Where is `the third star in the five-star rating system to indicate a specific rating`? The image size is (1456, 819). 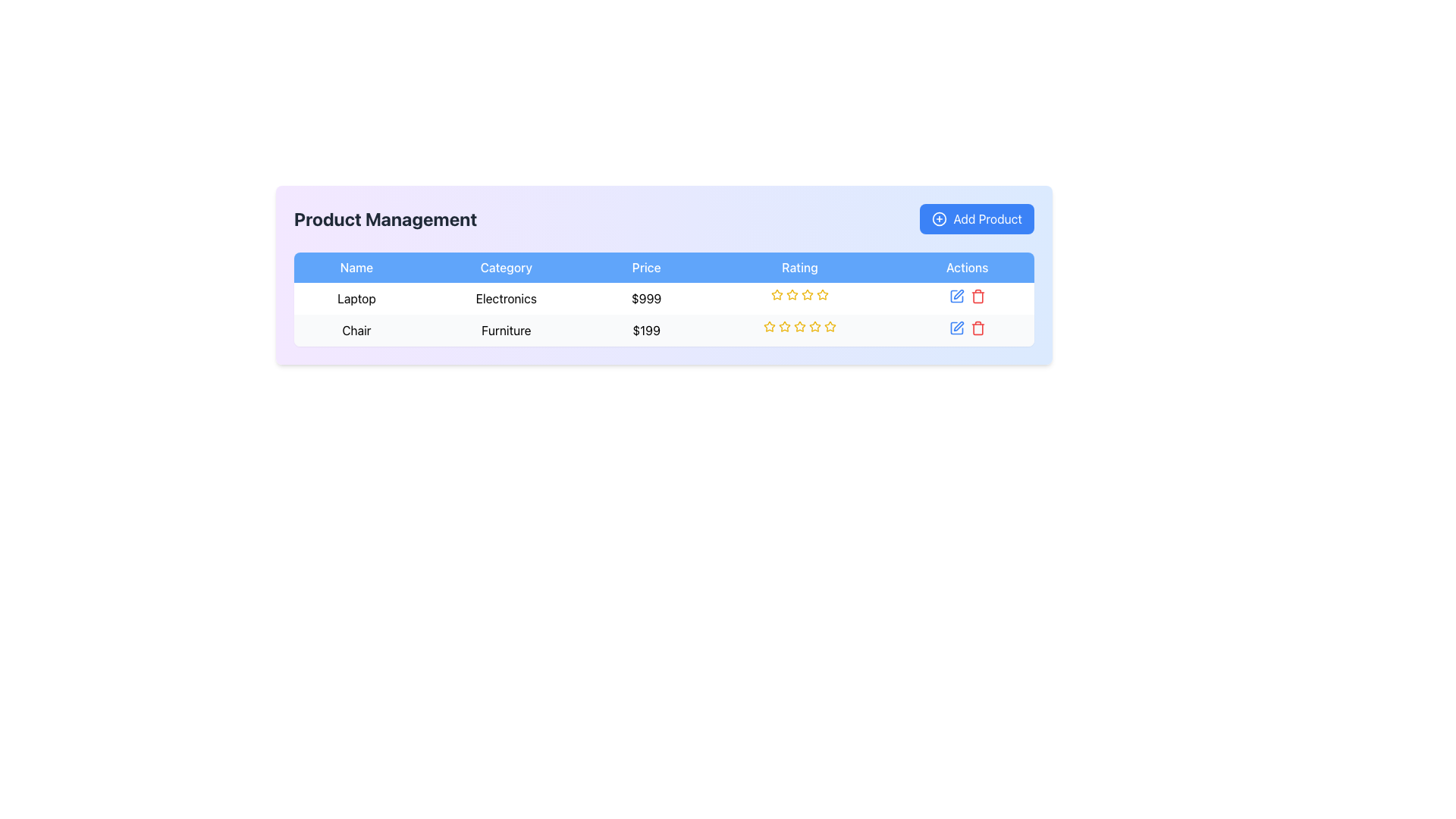
the third star in the five-star rating system to indicate a specific rating is located at coordinates (799, 325).